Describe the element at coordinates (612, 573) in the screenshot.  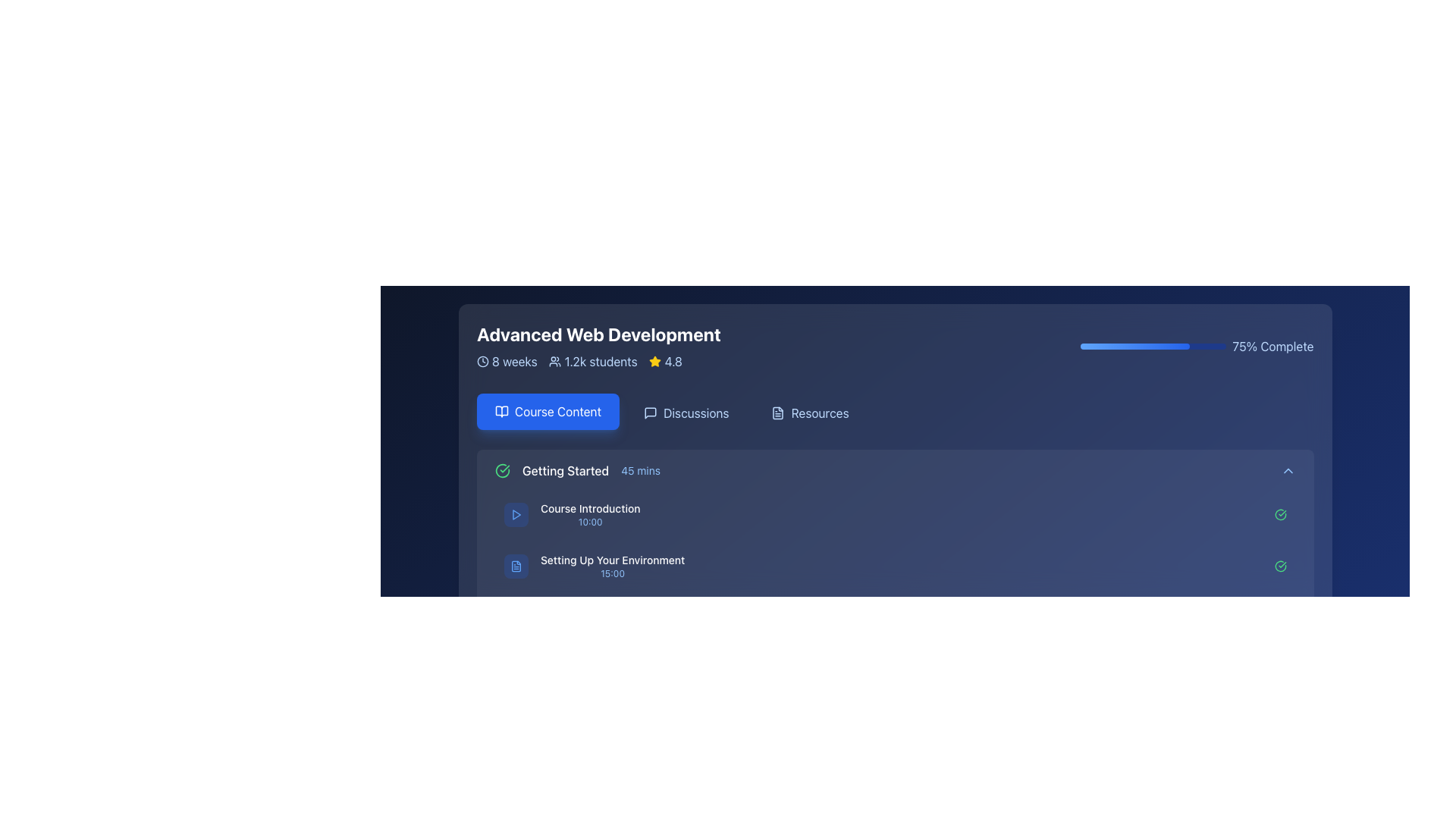
I see `the static text label displaying '15:00', which is styled with a smaller font size and a light blue color, located directly below the 'Setting Up Your Environment' text` at that location.